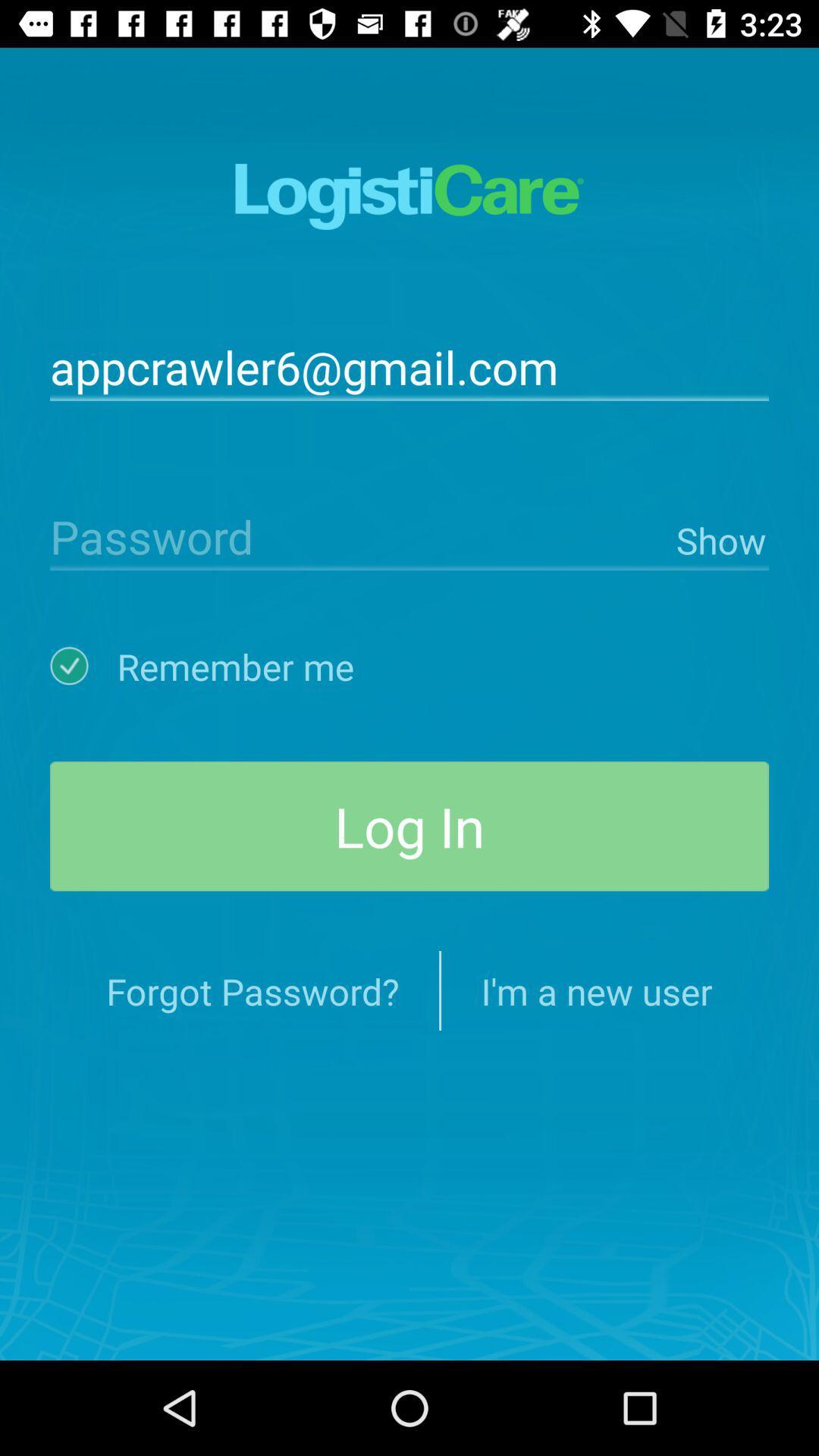 The height and width of the screenshot is (1456, 819). I want to click on log in item, so click(409, 825).